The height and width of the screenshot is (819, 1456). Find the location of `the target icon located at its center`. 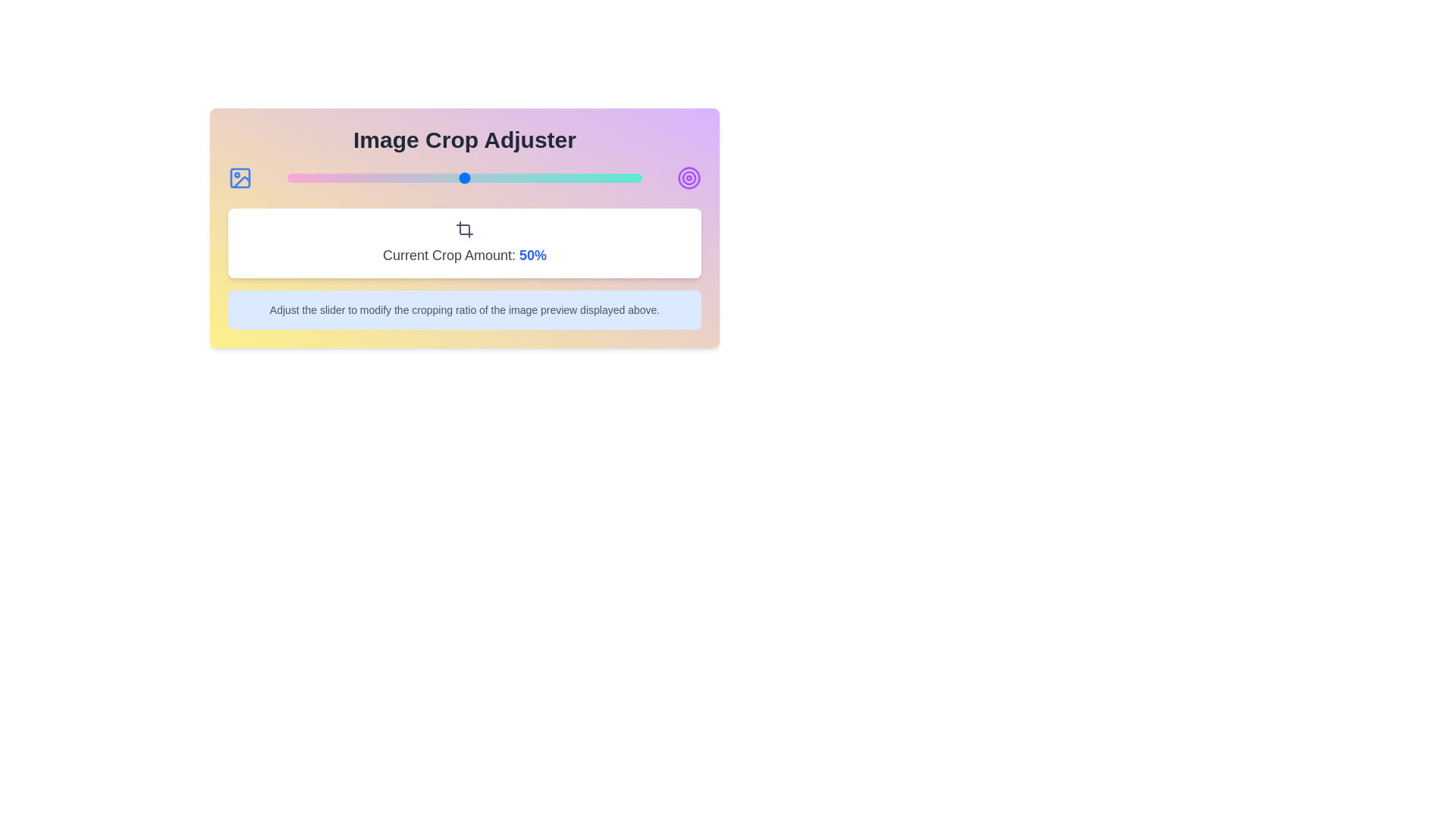

the target icon located at its center is located at coordinates (688, 177).